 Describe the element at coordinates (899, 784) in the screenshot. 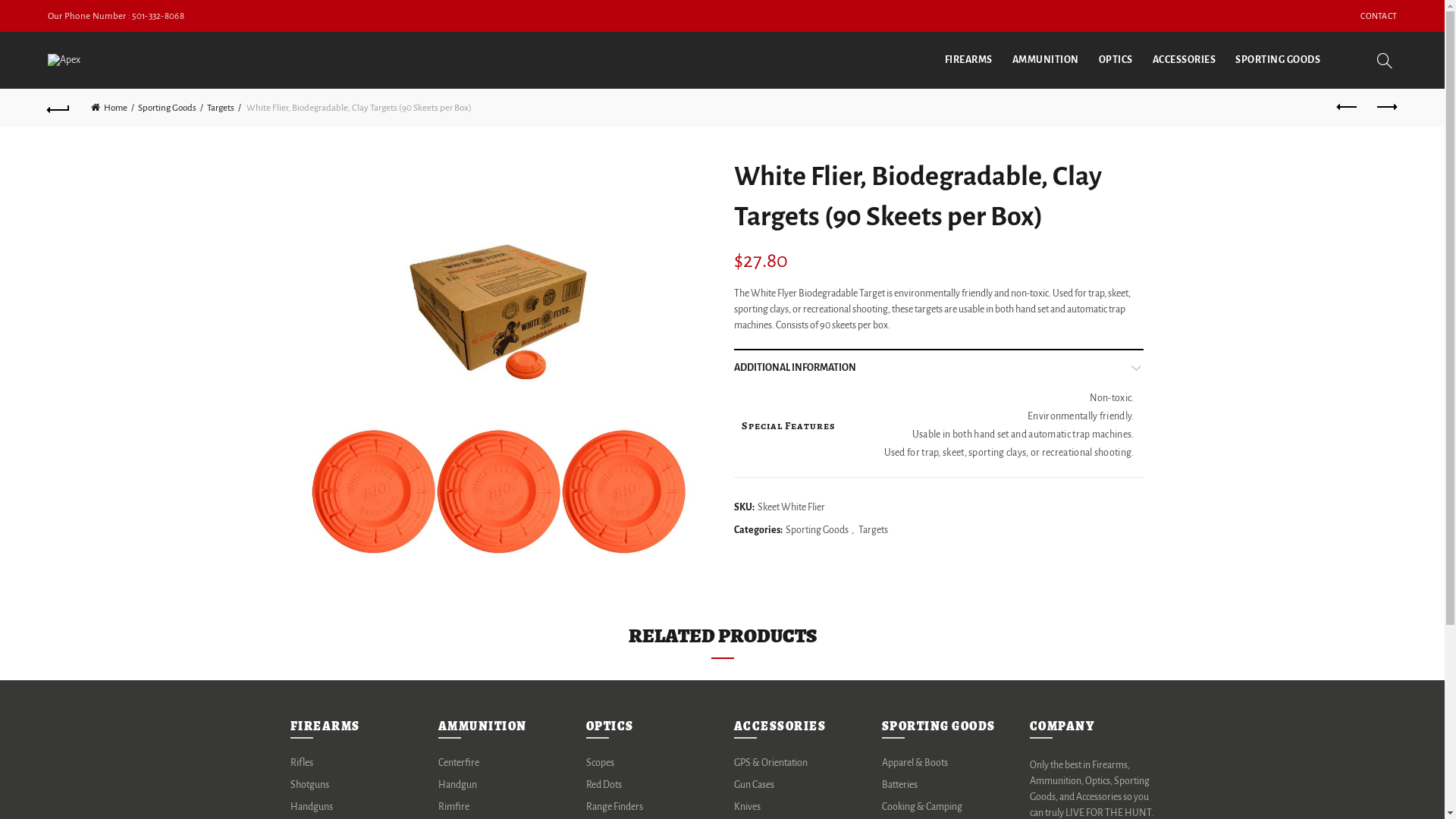

I see `'Batteries'` at that location.